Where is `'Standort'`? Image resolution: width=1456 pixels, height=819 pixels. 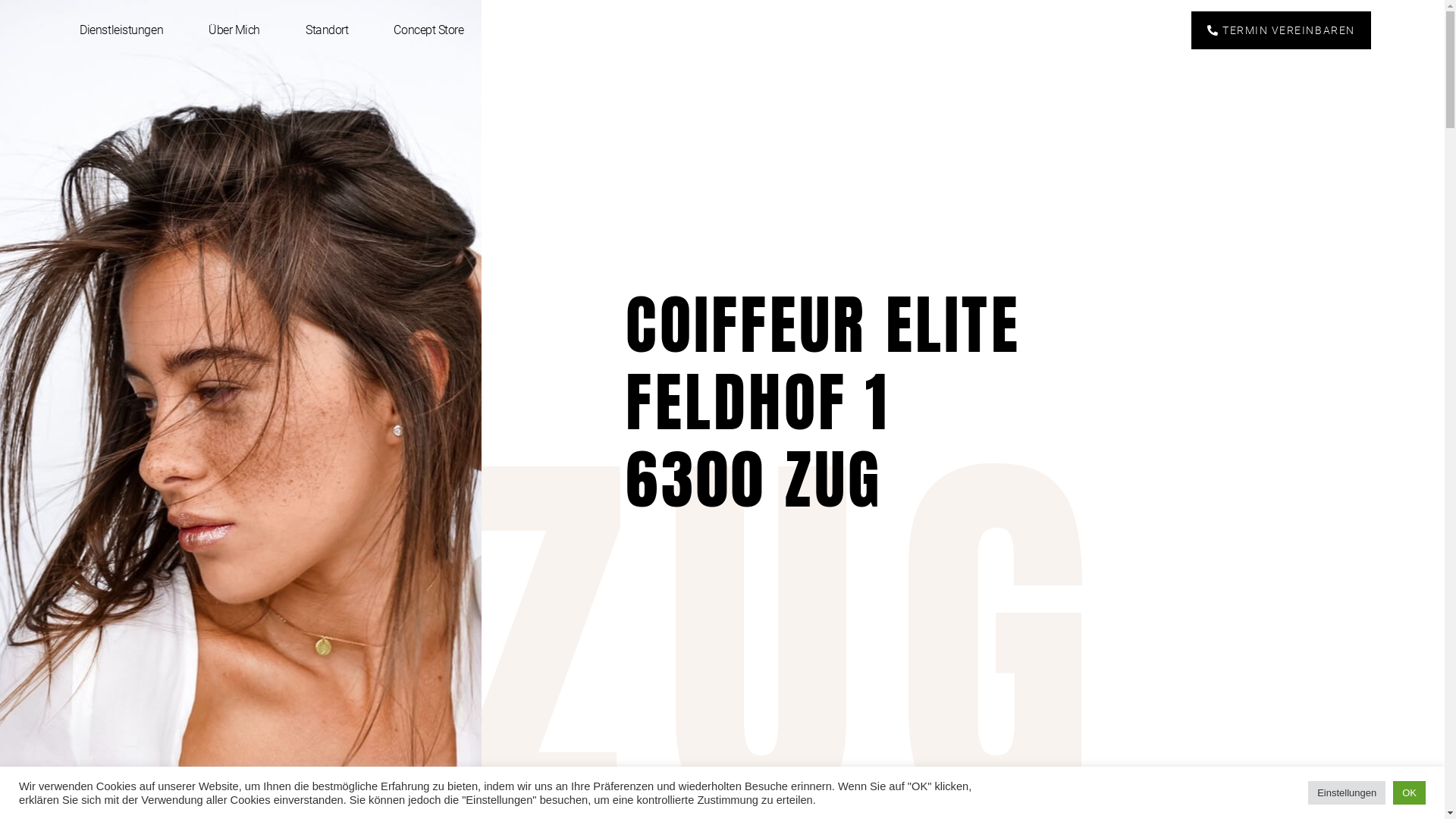
'Standort' is located at coordinates (326, 30).